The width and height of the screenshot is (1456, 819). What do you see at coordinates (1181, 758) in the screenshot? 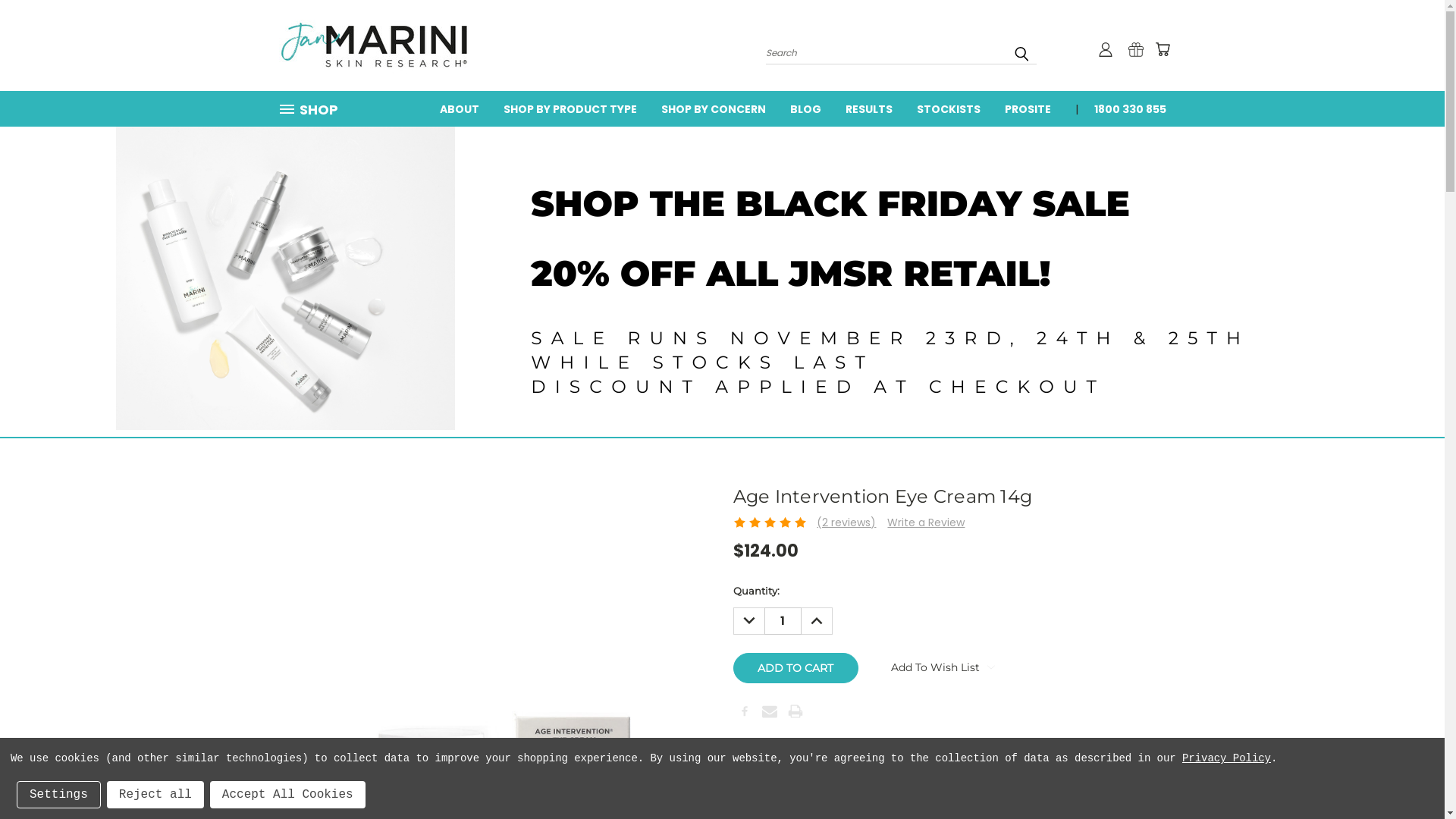
I see `'Privacy Policy'` at bounding box center [1181, 758].